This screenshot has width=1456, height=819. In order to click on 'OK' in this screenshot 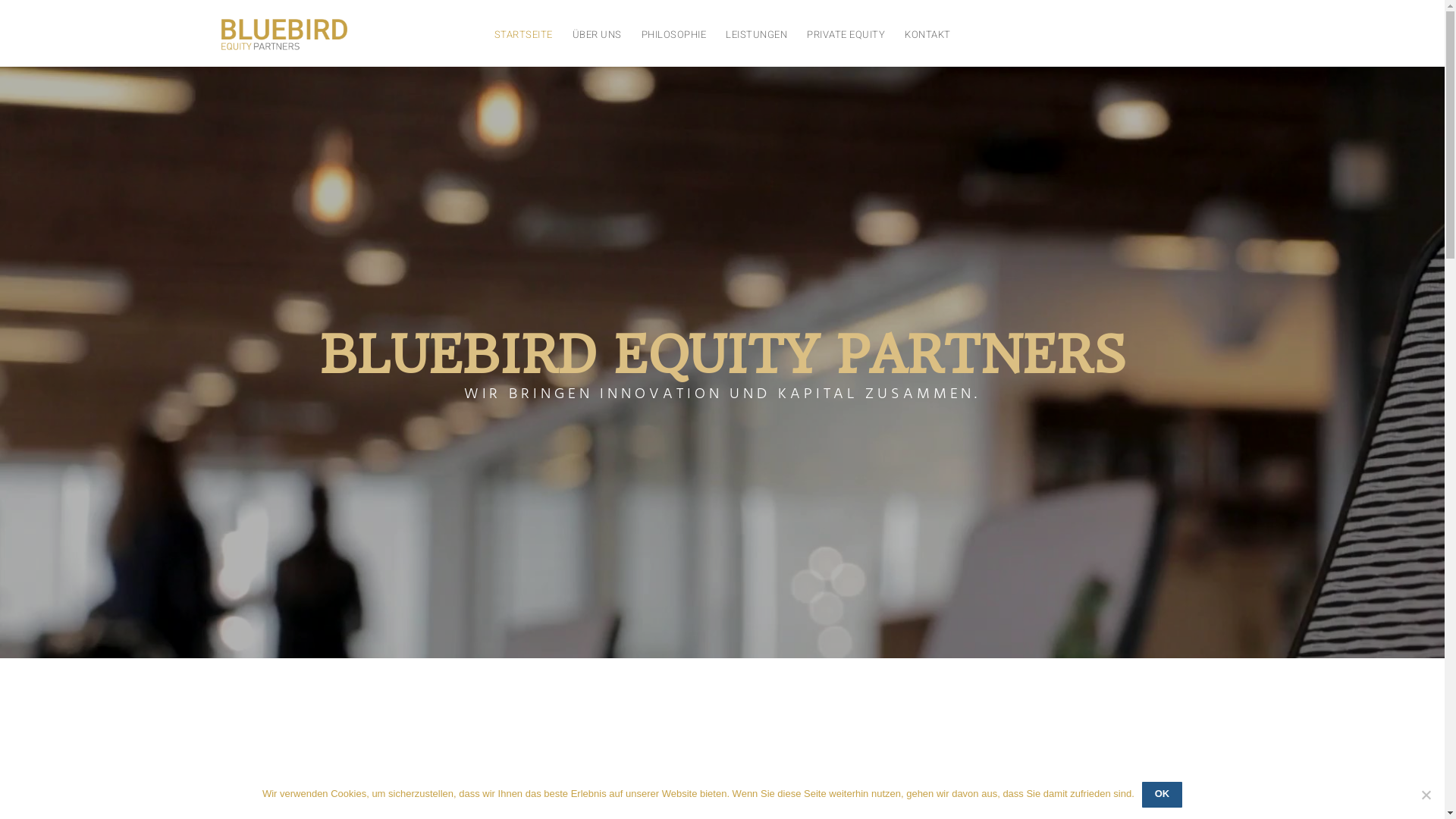, I will do `click(1161, 794)`.